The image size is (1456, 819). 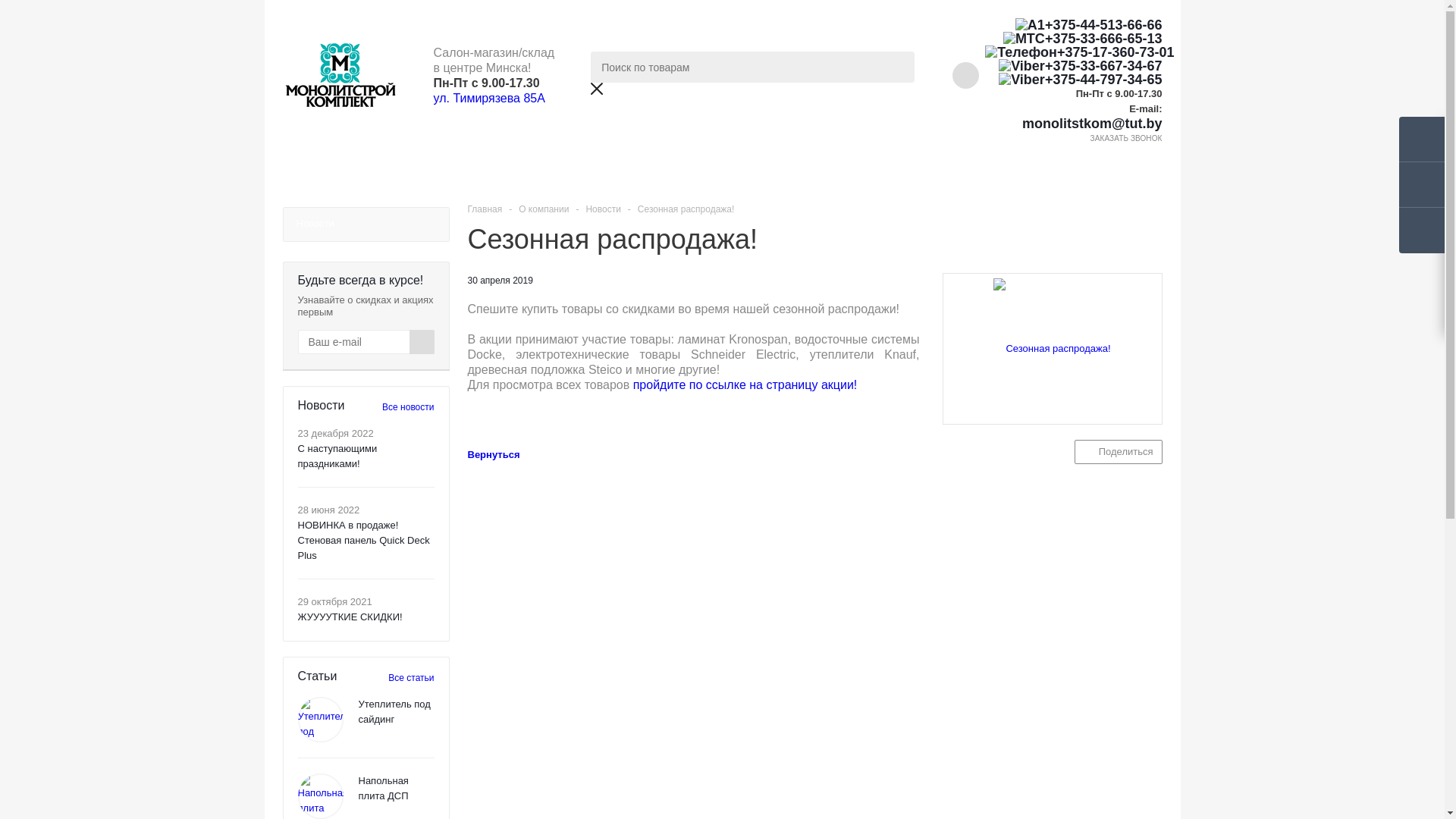 What do you see at coordinates (1021, 65) in the screenshot?
I see `'Viber'` at bounding box center [1021, 65].